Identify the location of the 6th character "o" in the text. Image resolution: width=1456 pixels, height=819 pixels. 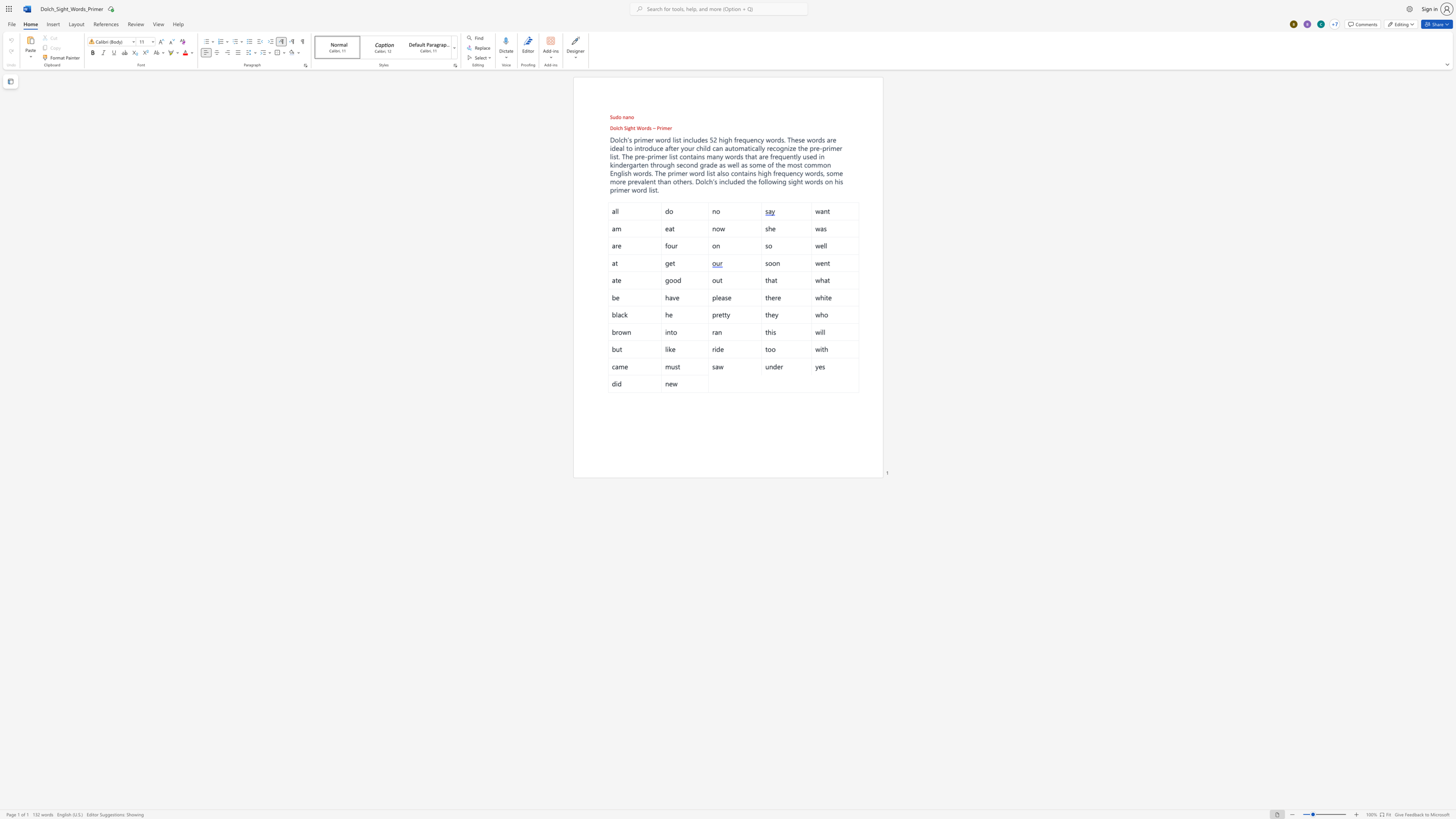
(645, 148).